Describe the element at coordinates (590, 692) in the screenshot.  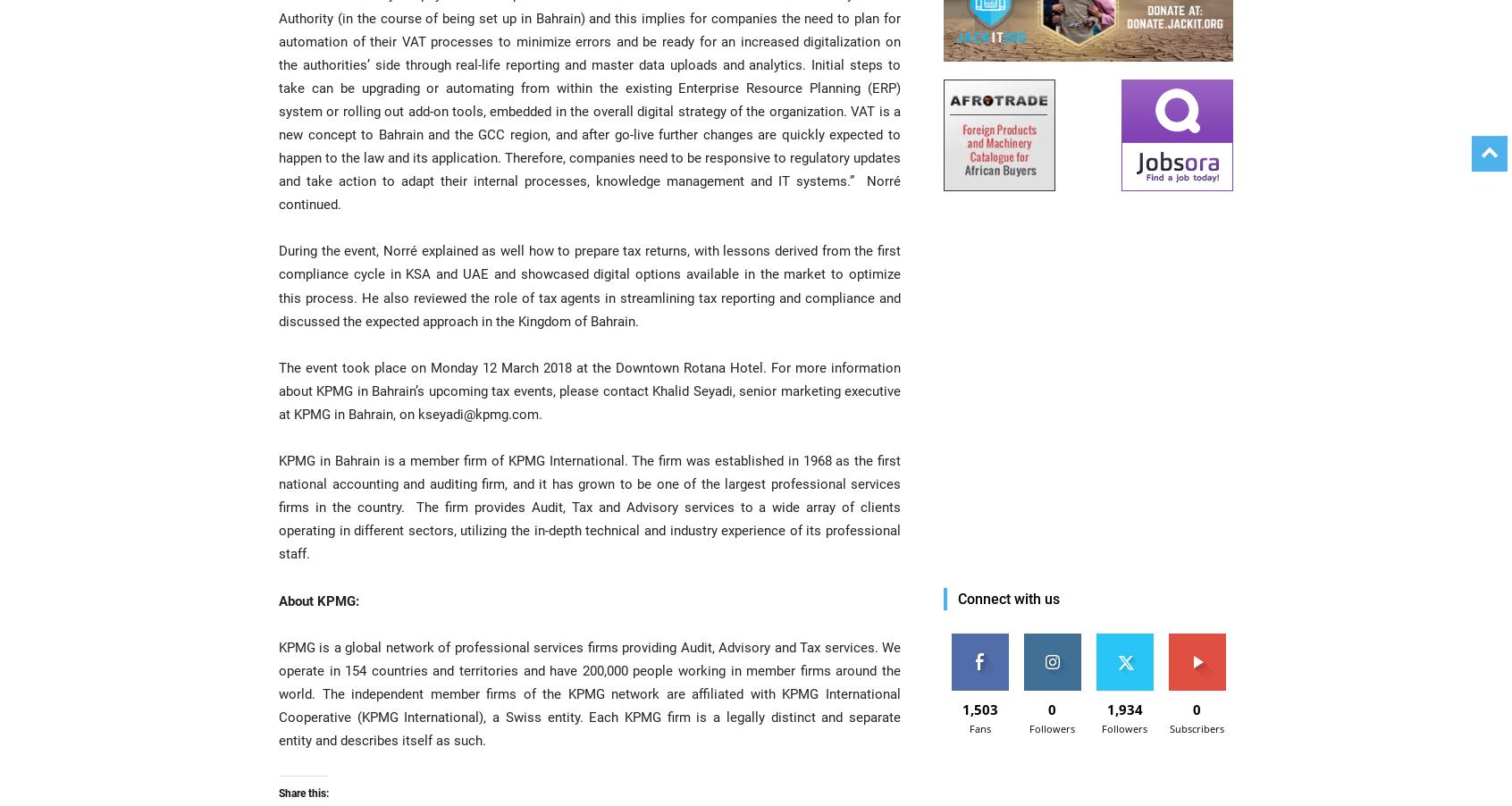
I see `'KPMG is a global network of professional services firms providing Audit, Advisory and Tax services. We operate in 154 countries and territories and have 200,000 people working in member firms around the world. The independent member firms of the KPMG network are affiliated with KPMG International Cooperative (KPMG International), a Swiss entity. Each KPMG firm is a legally distinct and separate entity and describes itself as such.'` at that location.